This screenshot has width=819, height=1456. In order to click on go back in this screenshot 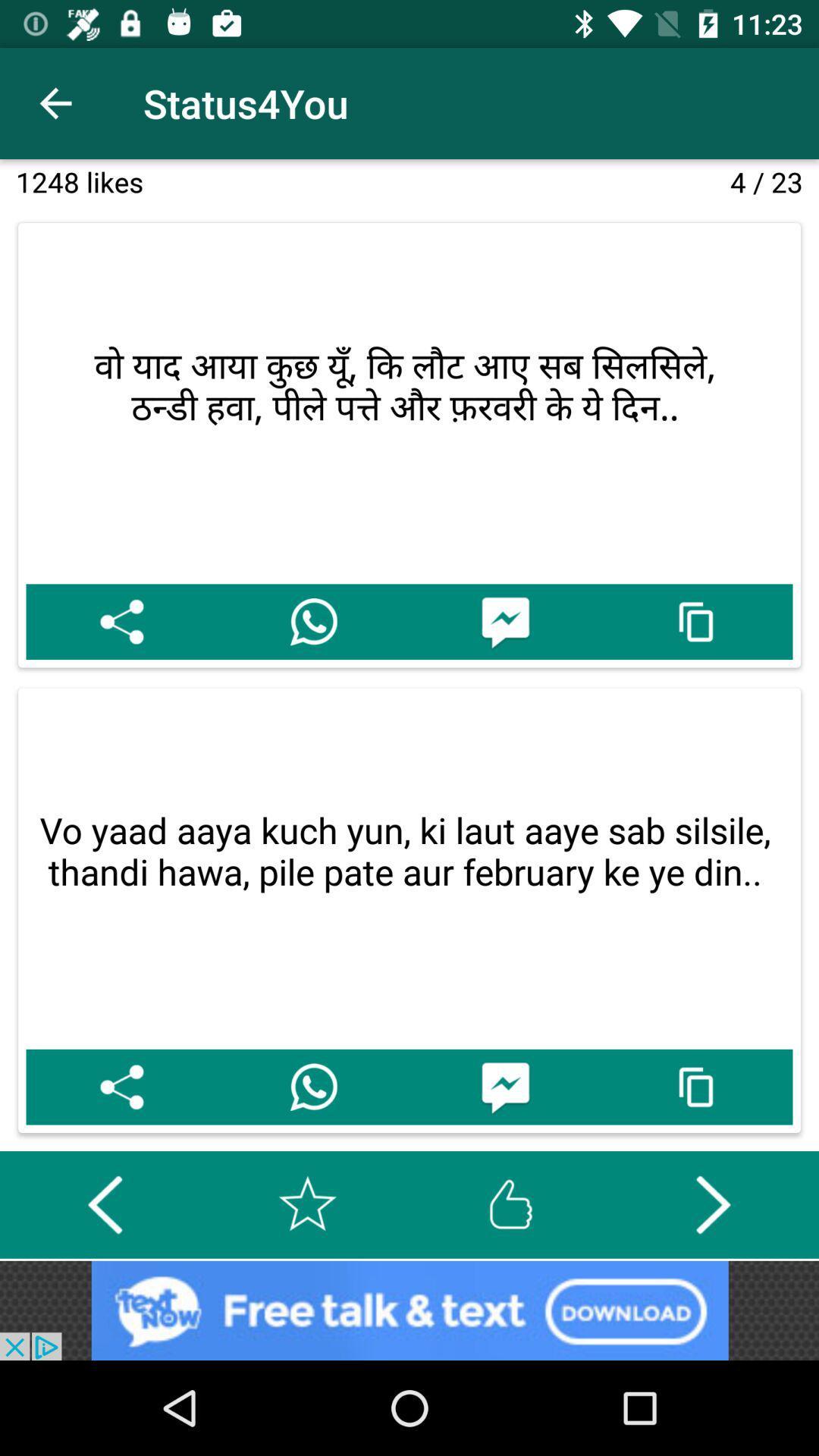, I will do `click(104, 1203)`.